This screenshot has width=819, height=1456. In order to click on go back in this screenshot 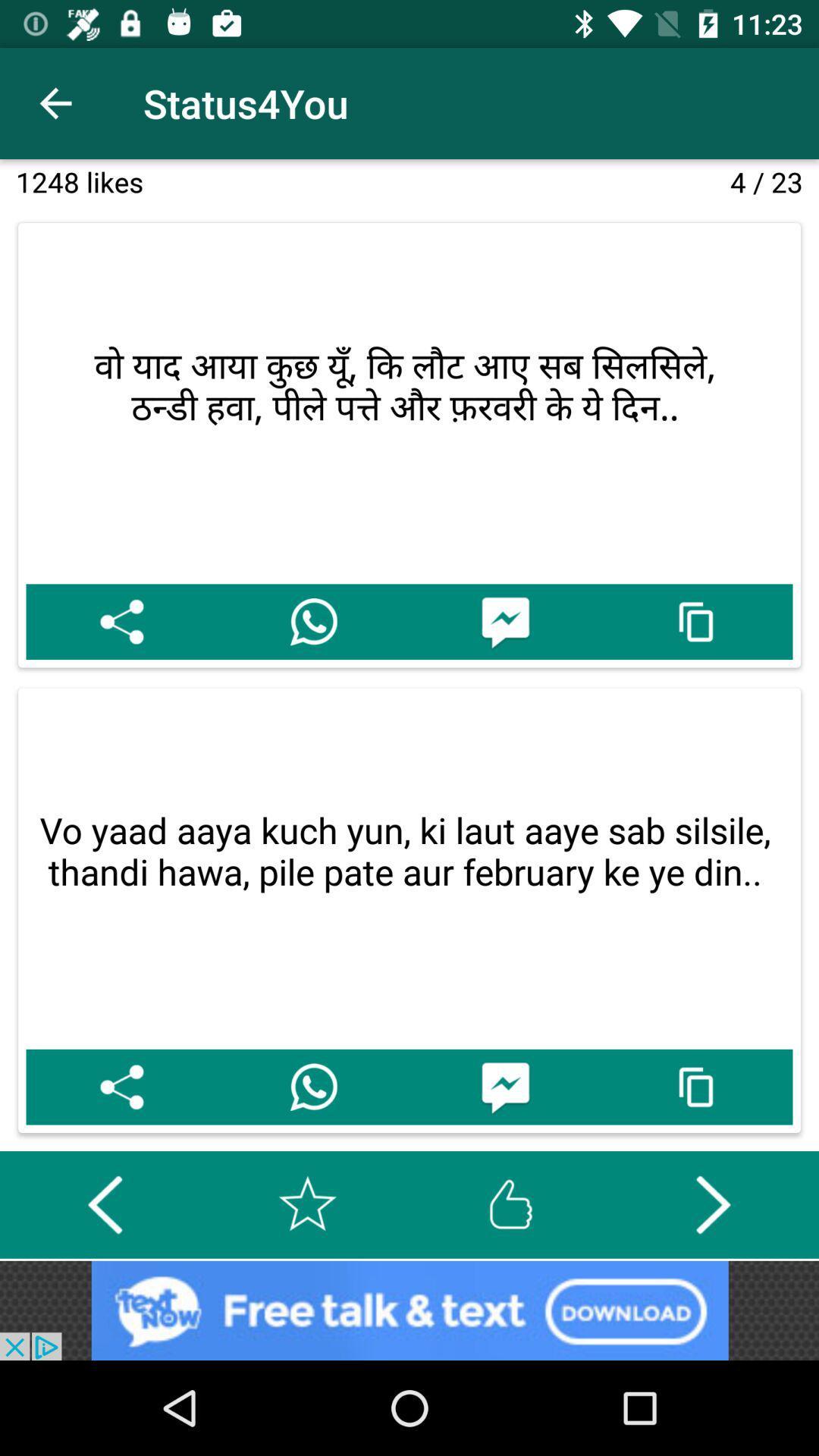, I will do `click(104, 1203)`.